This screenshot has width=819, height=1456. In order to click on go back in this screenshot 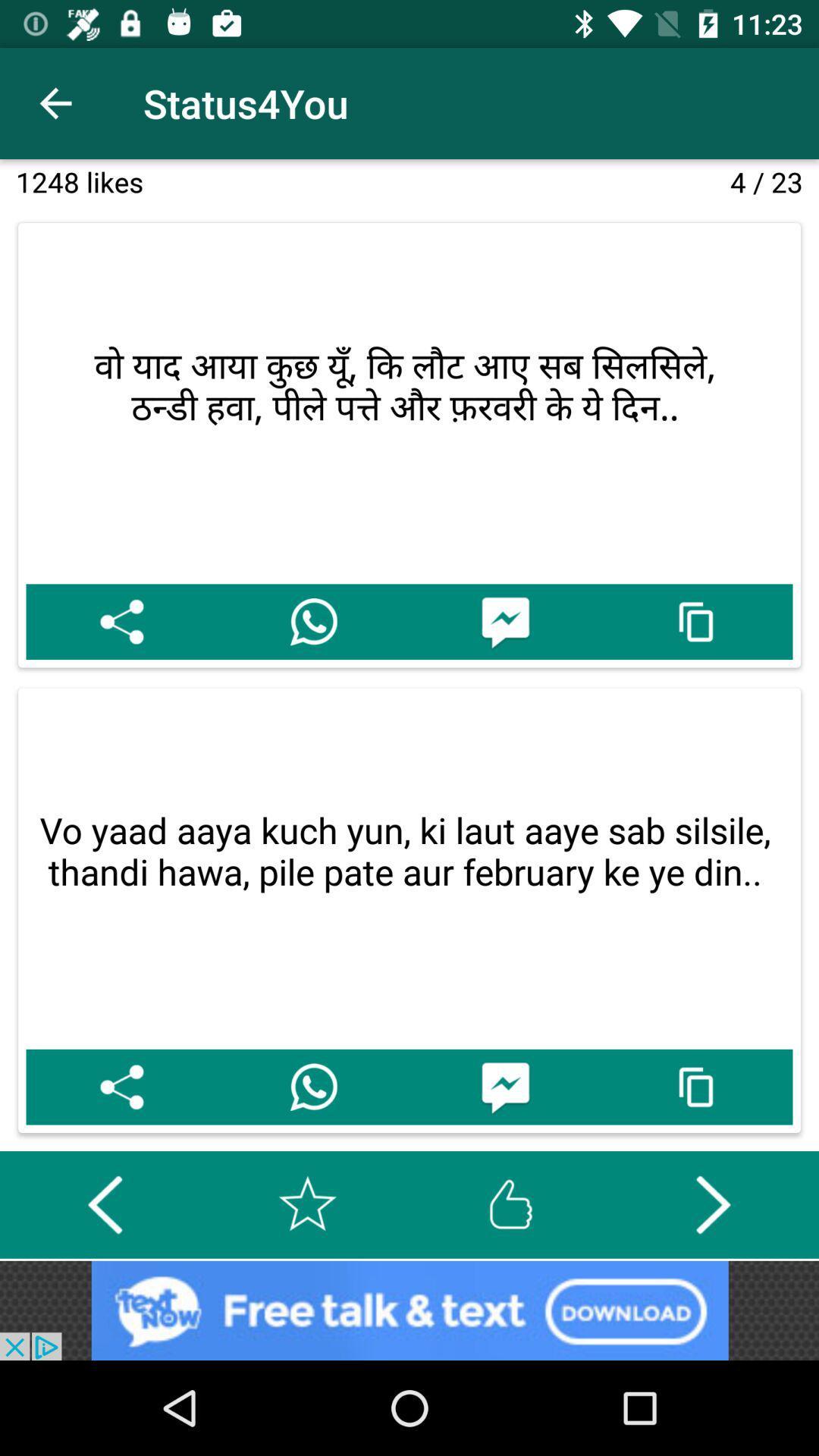, I will do `click(104, 1203)`.